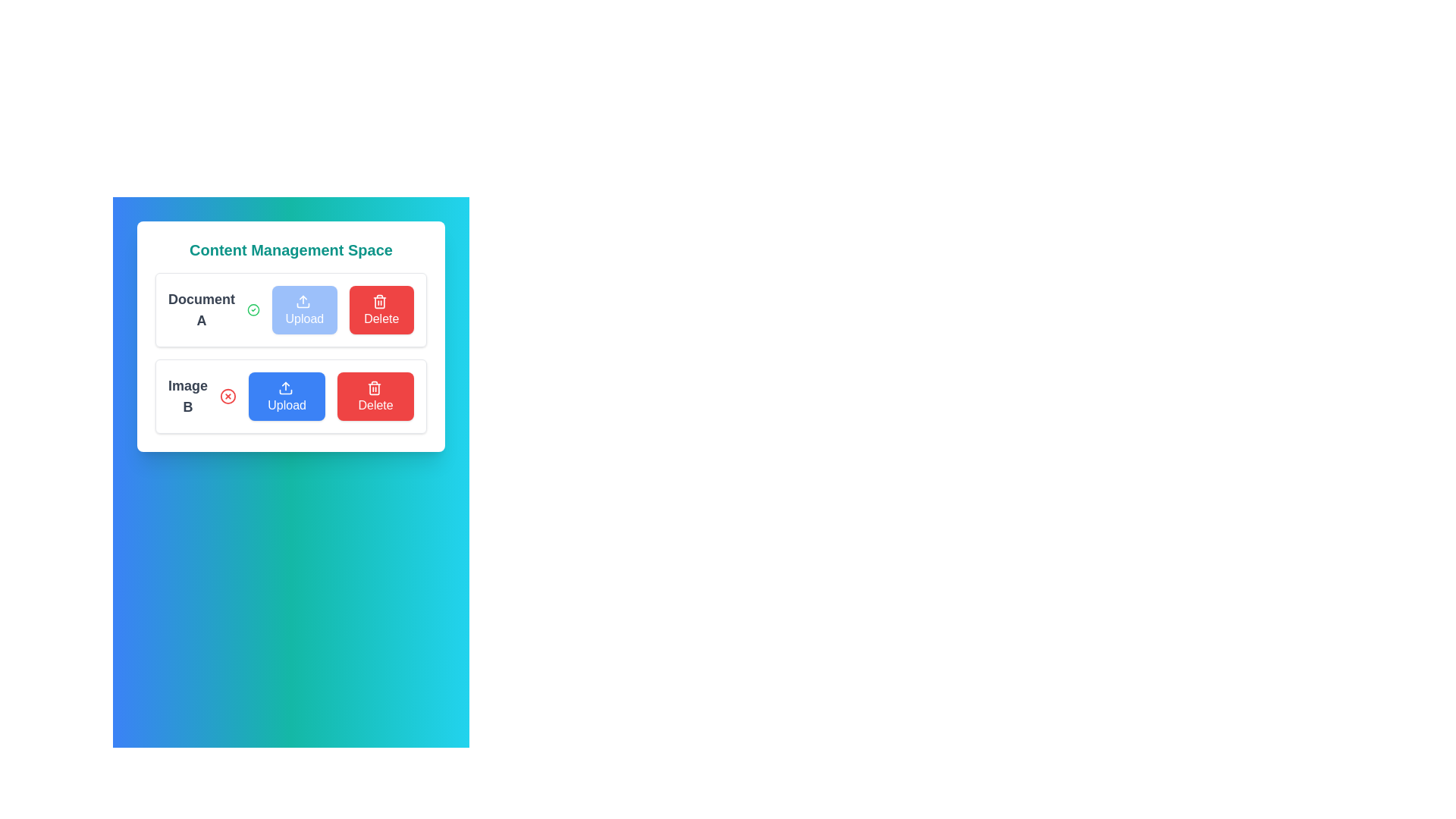  I want to click on the horizontal bar-shaped component of the upload icon within the SVG graphic, located in the right section of the second row of the content management interface, so click(303, 305).